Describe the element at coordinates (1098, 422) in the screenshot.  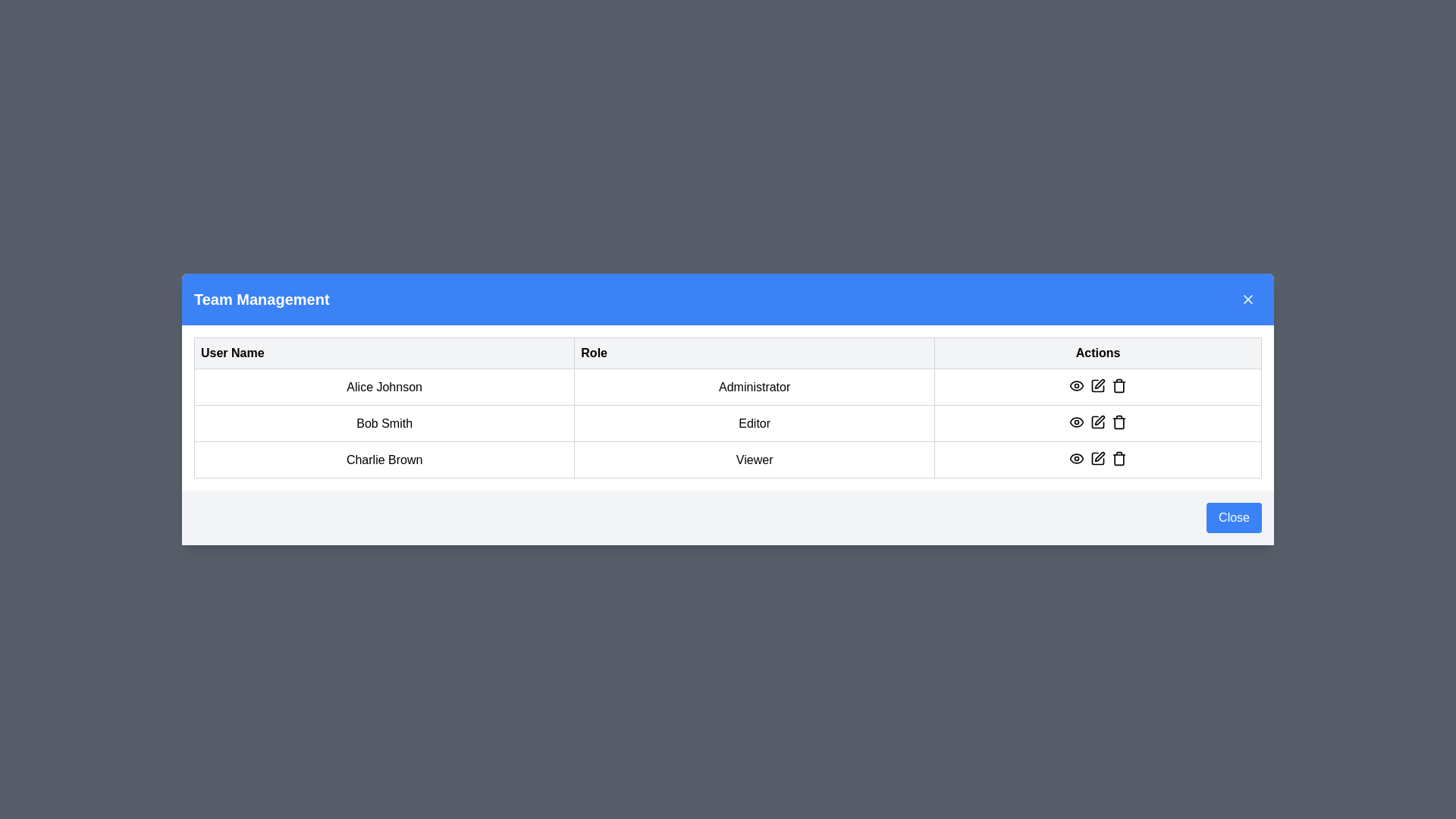
I see `the square-shaped icon button with a pen symbol to initiate editing for Bob Smith in the actions column of the table interface` at that location.